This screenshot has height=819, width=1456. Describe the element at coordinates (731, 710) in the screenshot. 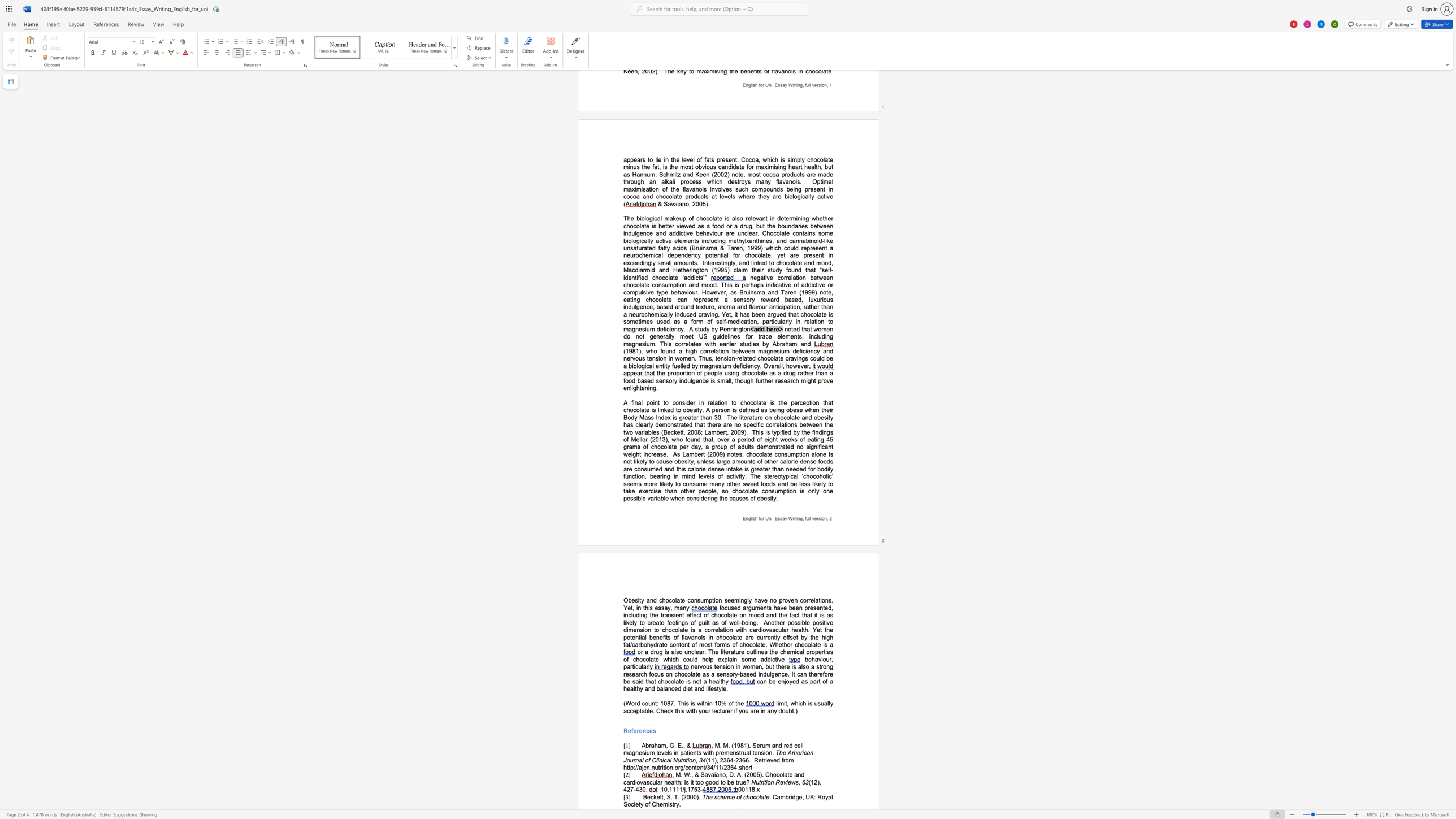

I see `the 3th character "r" in the text` at that location.